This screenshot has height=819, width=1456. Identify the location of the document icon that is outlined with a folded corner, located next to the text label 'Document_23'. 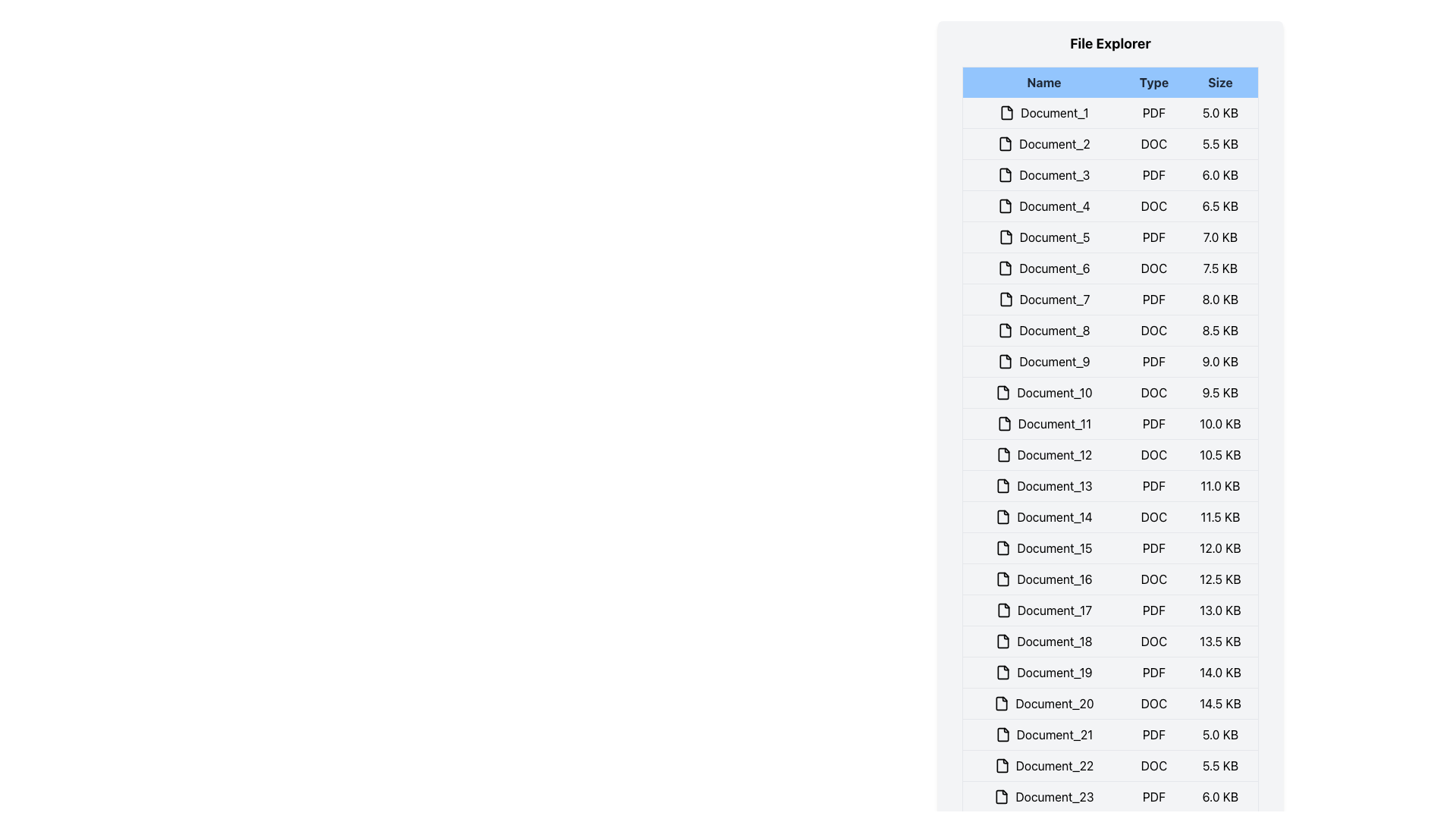
(1002, 795).